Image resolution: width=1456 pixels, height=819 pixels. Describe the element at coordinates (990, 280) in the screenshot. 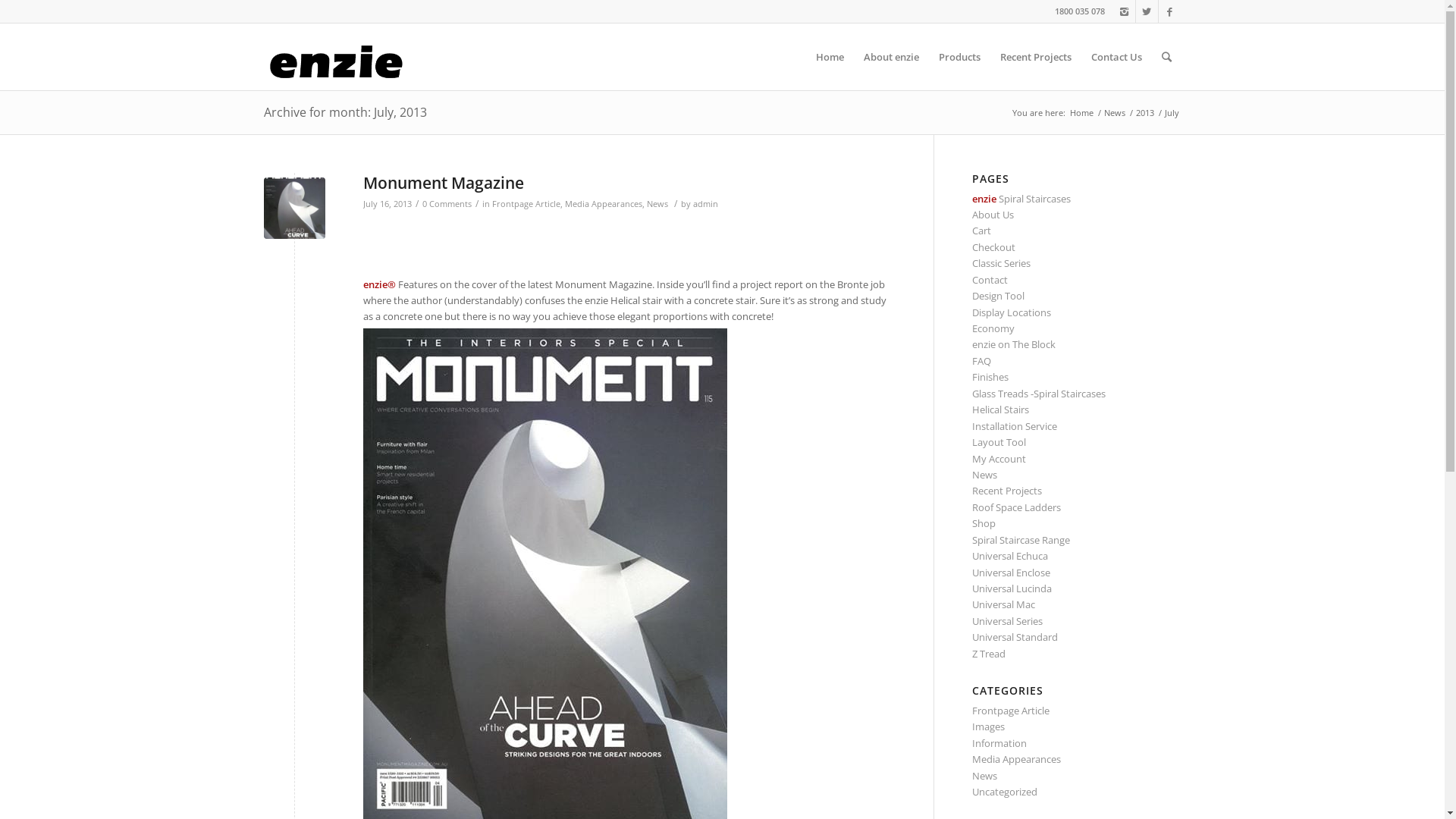

I see `'Contact'` at that location.